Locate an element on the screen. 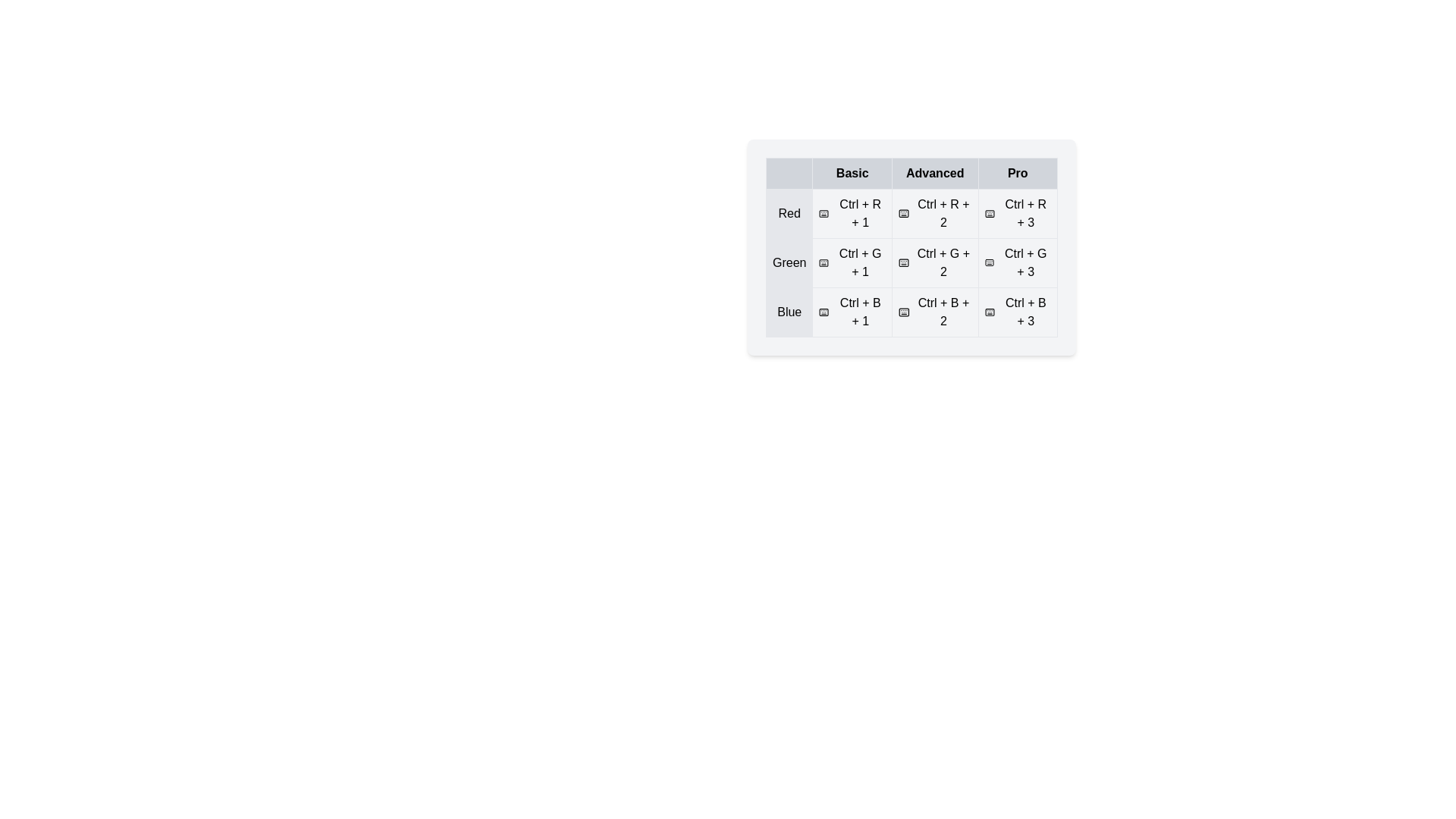  the keyboard symbol icon located in the 'Pro' column and 'Blue' row of the grid table is located at coordinates (990, 312).